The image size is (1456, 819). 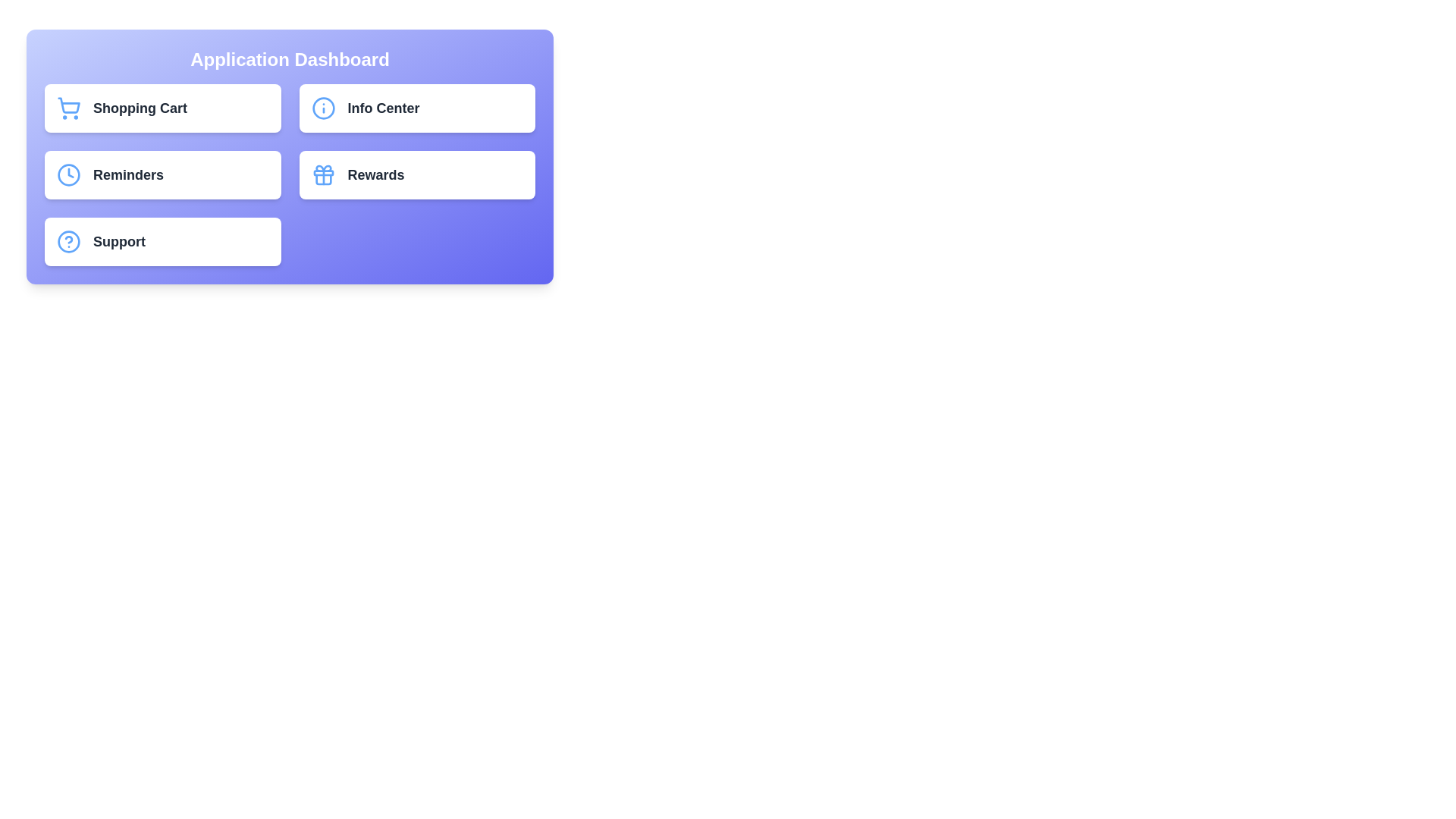 I want to click on the decorative graphic element resembling a gift ribbon or bow that enhances the visual attractiveness of the 'Rewards' button, positioned near the top area of the icon, so click(x=322, y=168).